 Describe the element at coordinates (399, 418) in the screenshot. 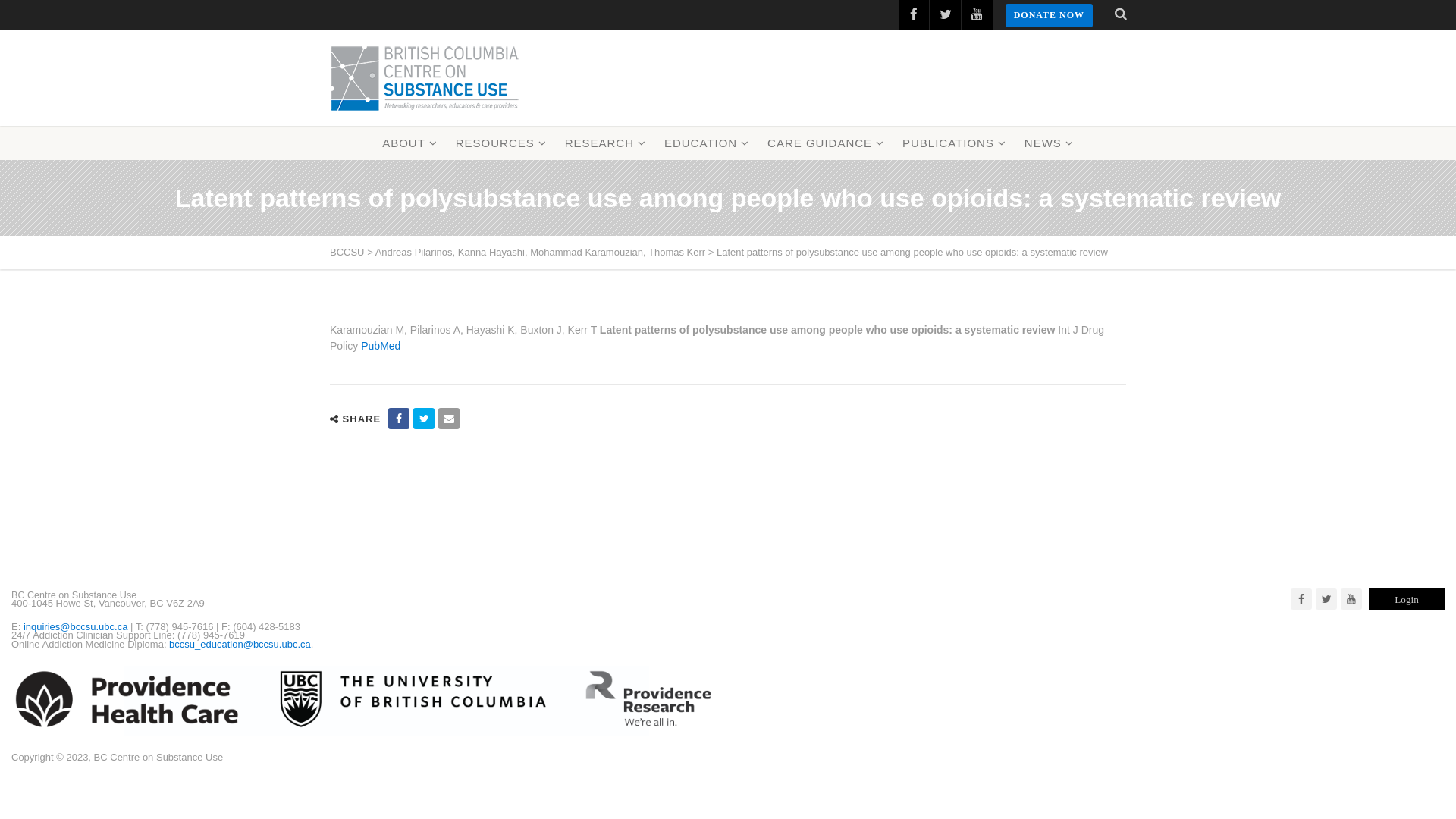

I see `'Share on Facebook'` at that location.